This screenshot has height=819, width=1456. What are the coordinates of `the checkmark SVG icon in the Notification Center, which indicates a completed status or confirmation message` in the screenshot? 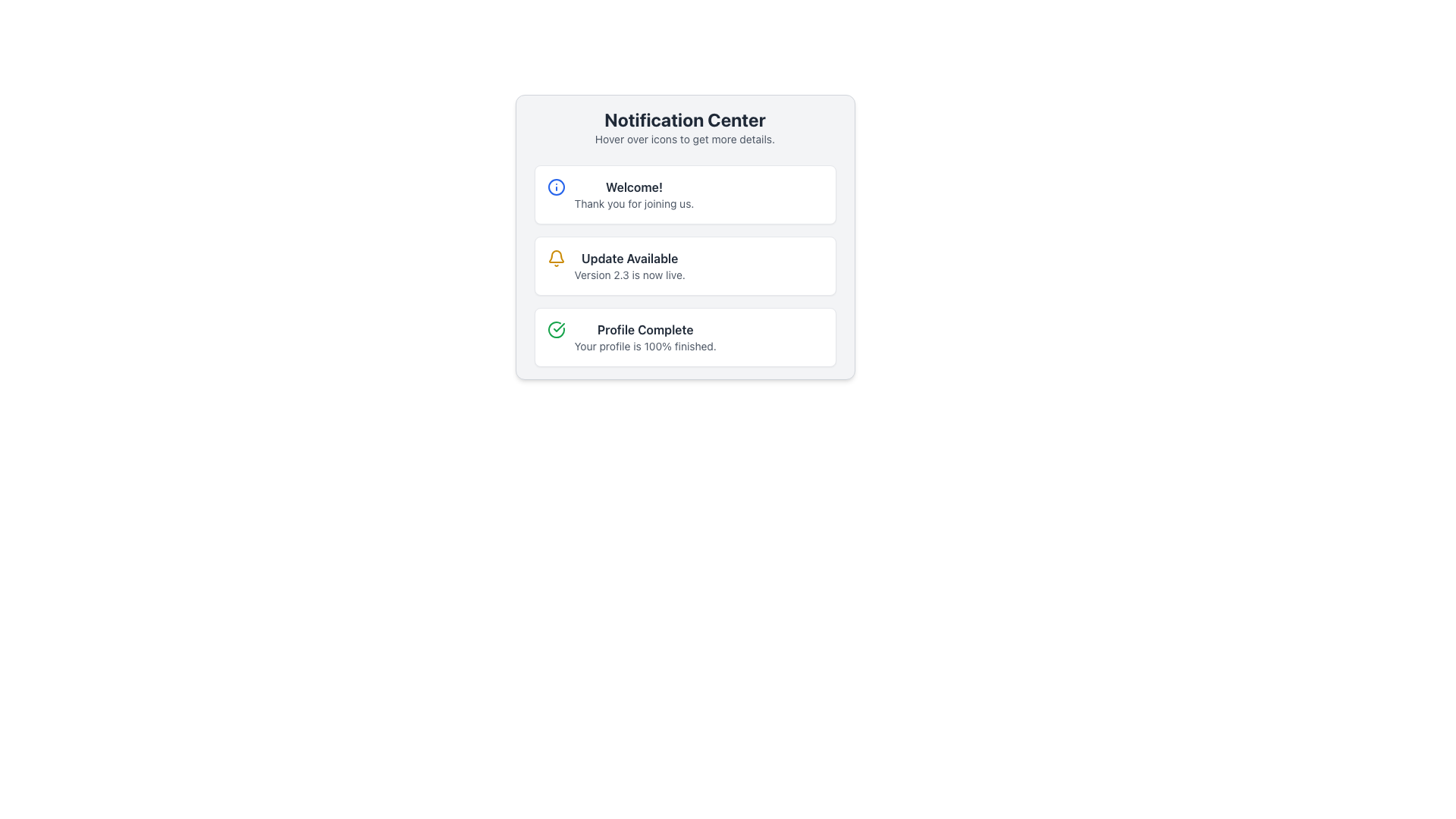 It's located at (558, 327).